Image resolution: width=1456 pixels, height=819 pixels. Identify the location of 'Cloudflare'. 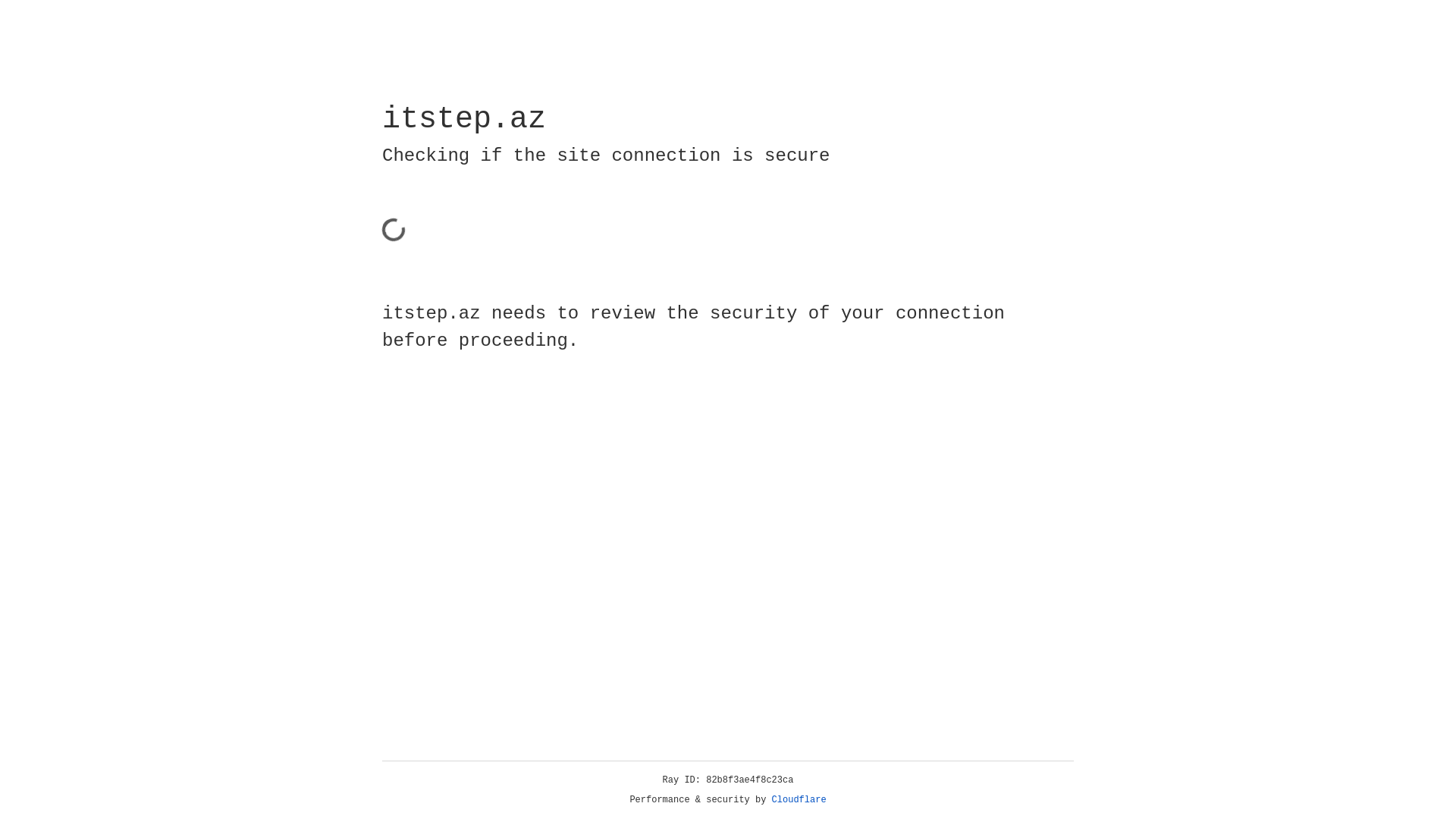
(799, 799).